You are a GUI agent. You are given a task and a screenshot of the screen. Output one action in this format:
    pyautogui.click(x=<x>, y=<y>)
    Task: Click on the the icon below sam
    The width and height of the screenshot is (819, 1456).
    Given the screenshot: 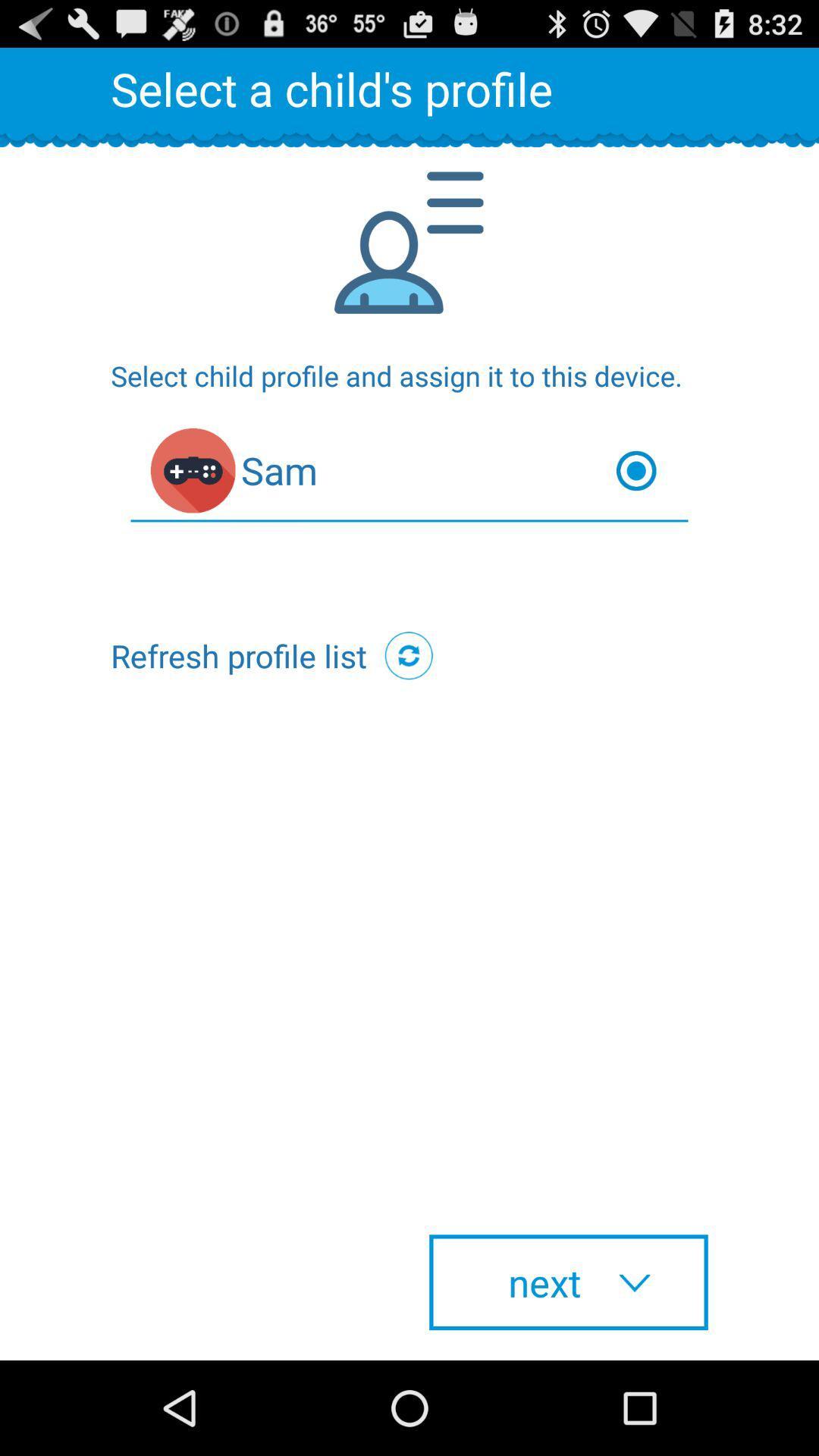 What is the action you would take?
    pyautogui.click(x=408, y=655)
    